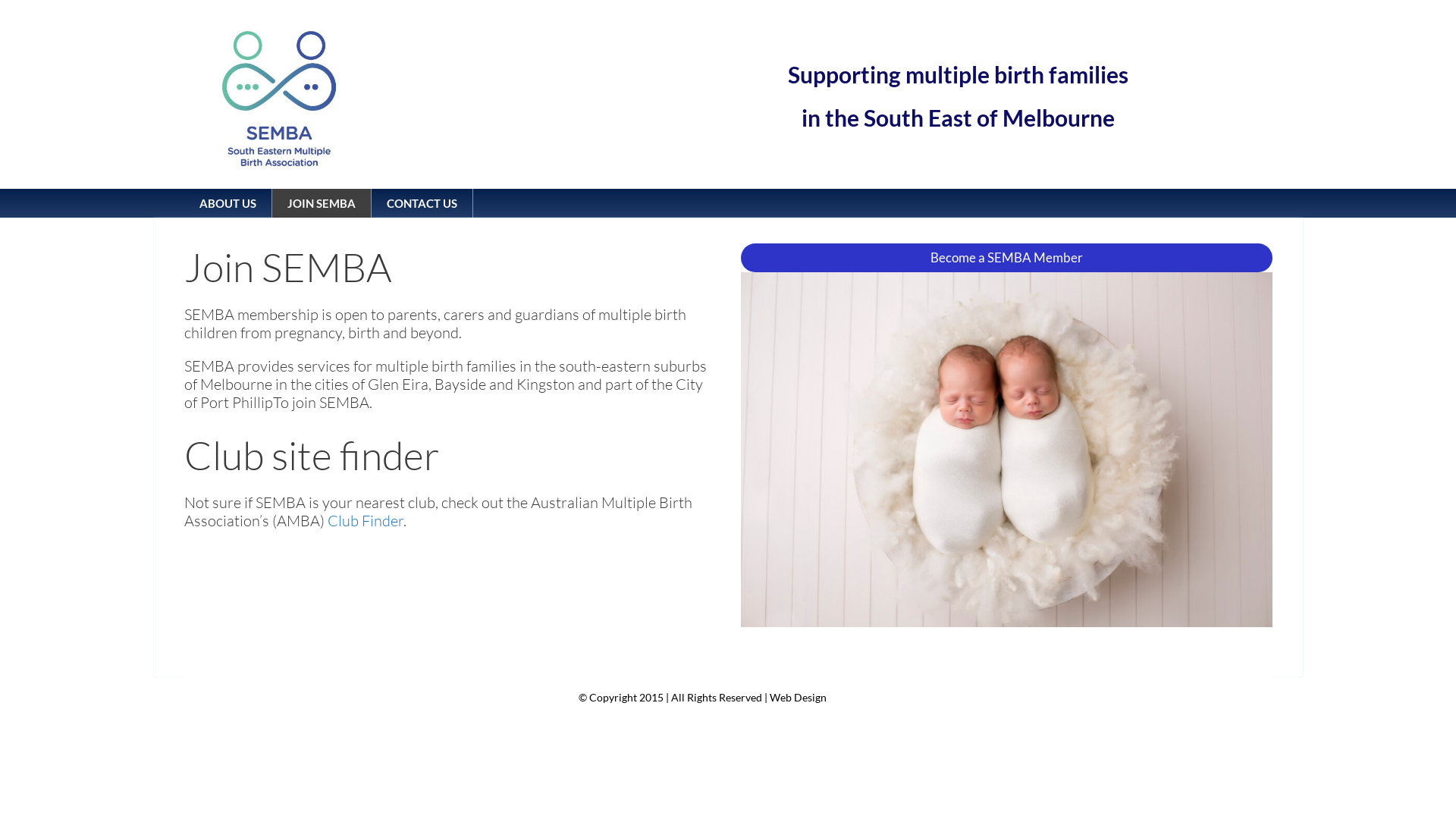 This screenshot has height=819, width=1456. Describe the element at coordinates (796, 697) in the screenshot. I see `'Web Design'` at that location.